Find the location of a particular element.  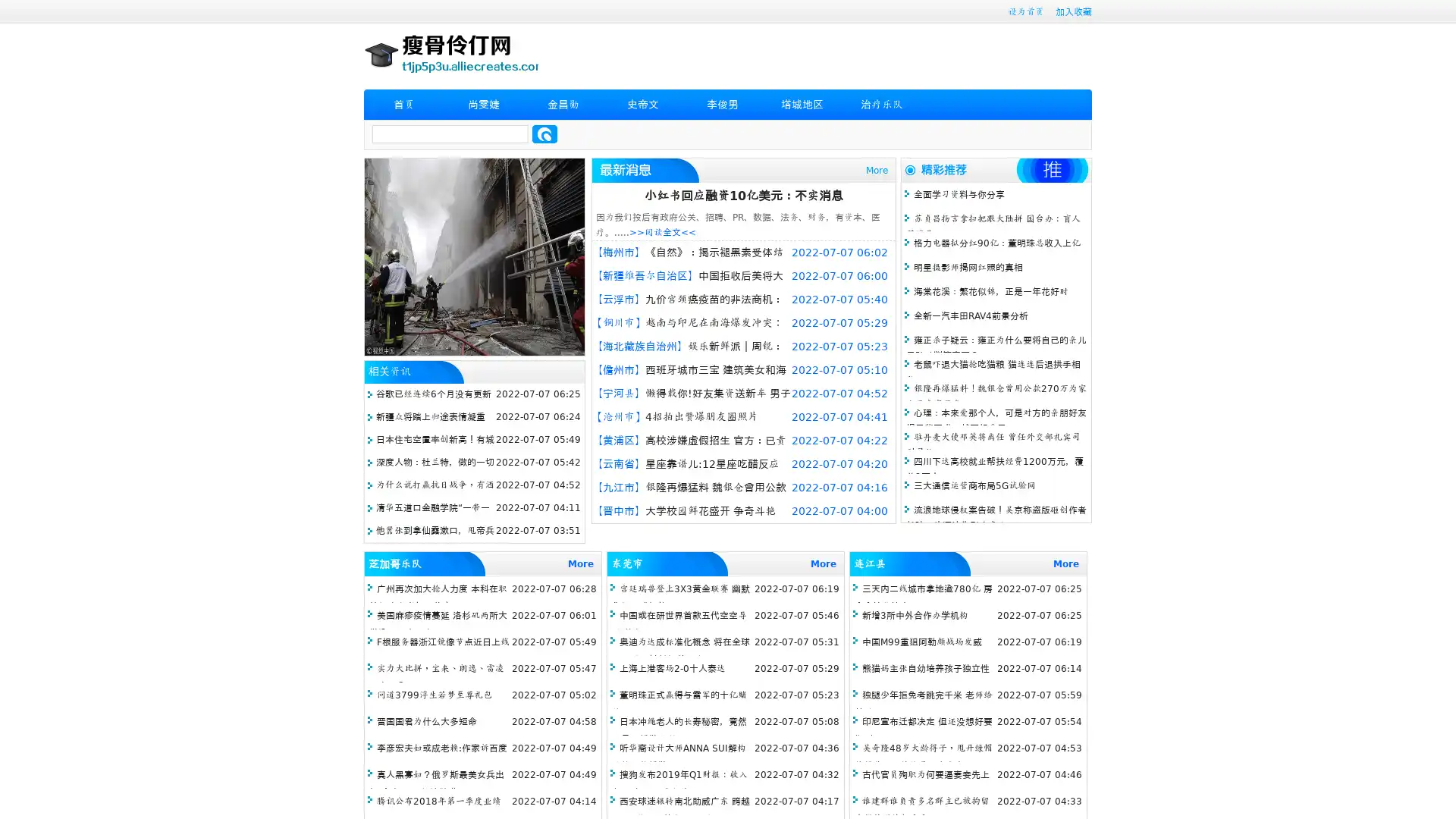

Search is located at coordinates (544, 133).